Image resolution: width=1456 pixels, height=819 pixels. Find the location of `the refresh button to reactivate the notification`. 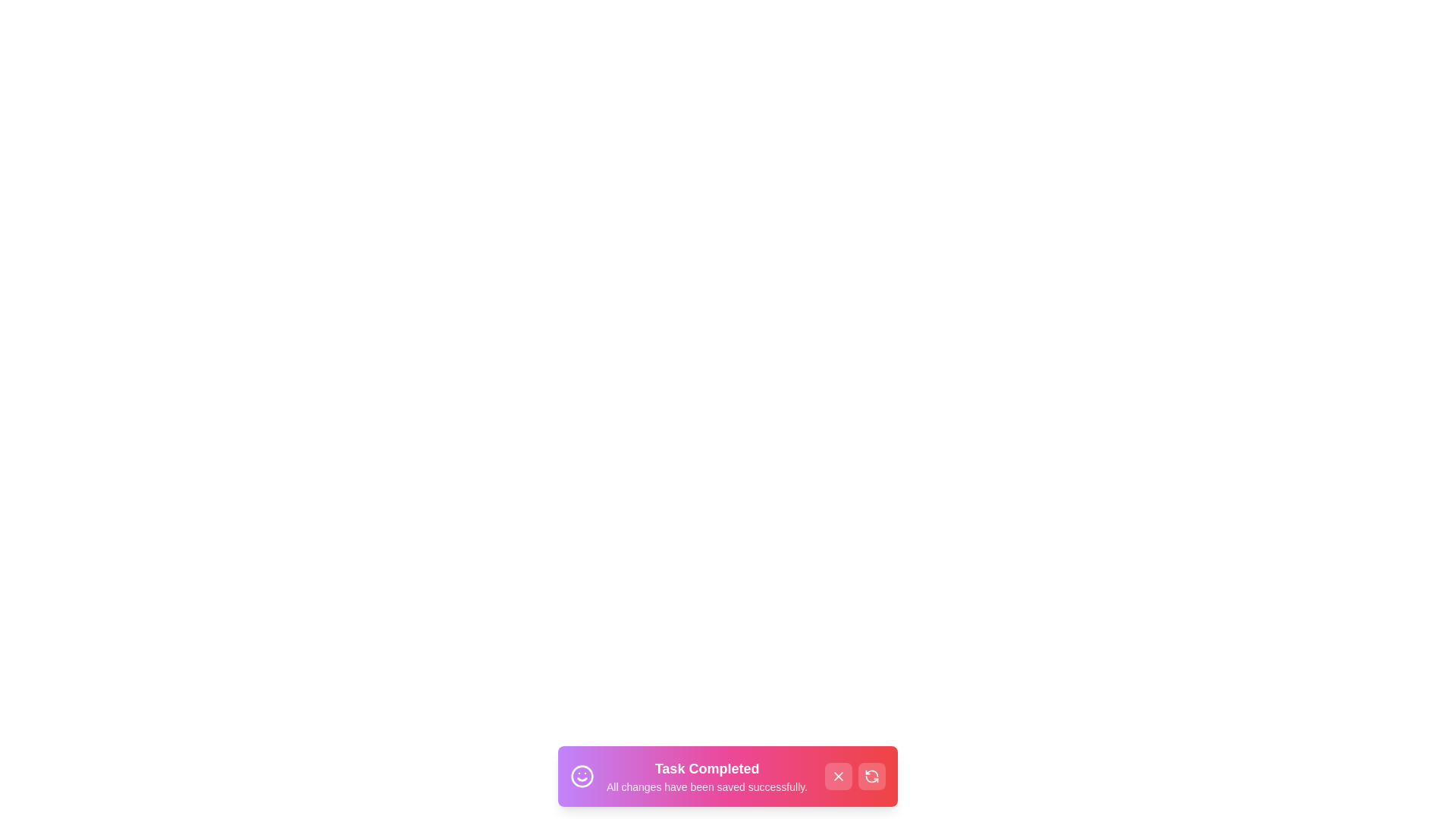

the refresh button to reactivate the notification is located at coordinates (872, 776).